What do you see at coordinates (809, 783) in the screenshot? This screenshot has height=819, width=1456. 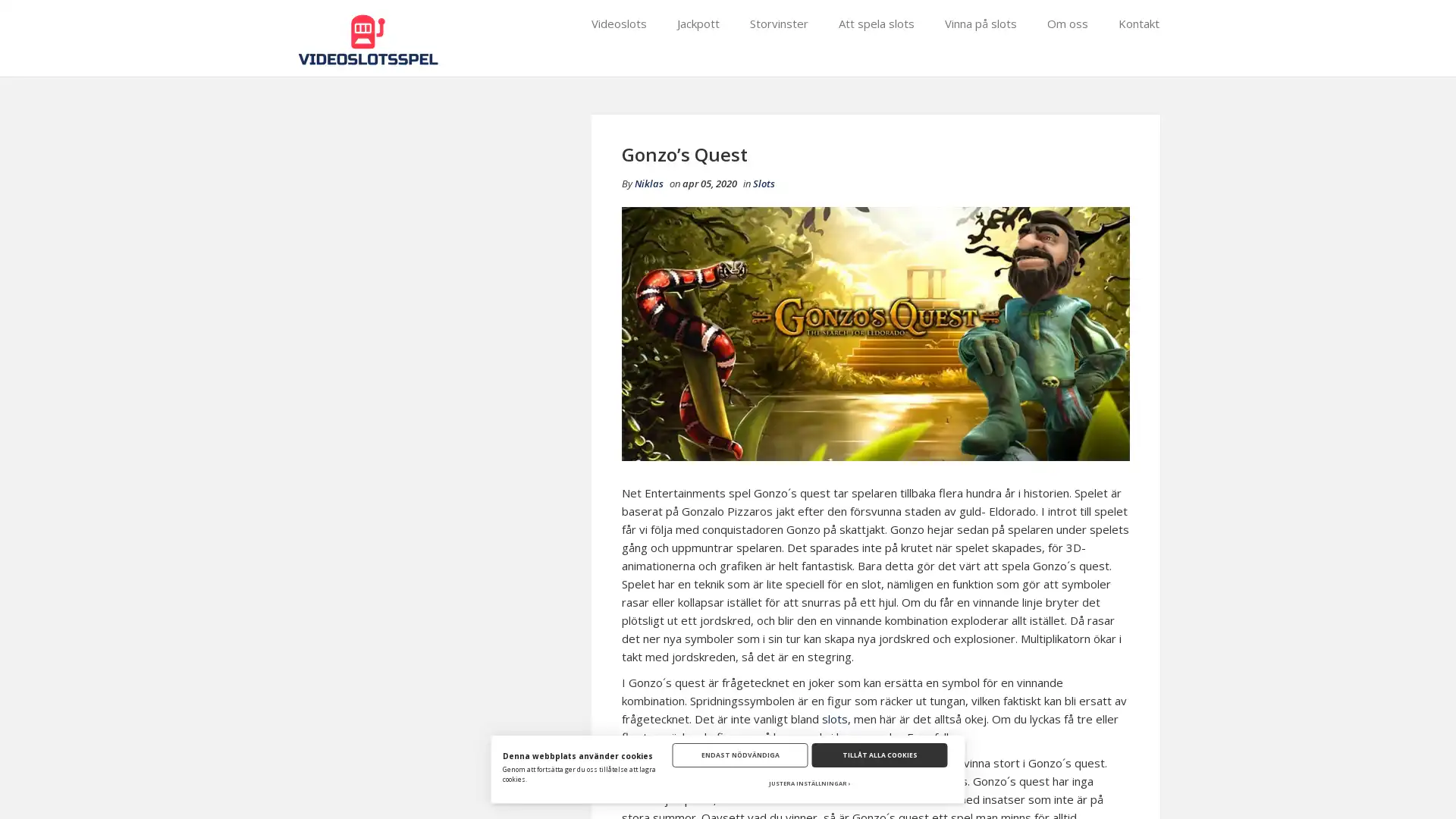 I see `JUSTERA INSTALLNINGAR` at bounding box center [809, 783].